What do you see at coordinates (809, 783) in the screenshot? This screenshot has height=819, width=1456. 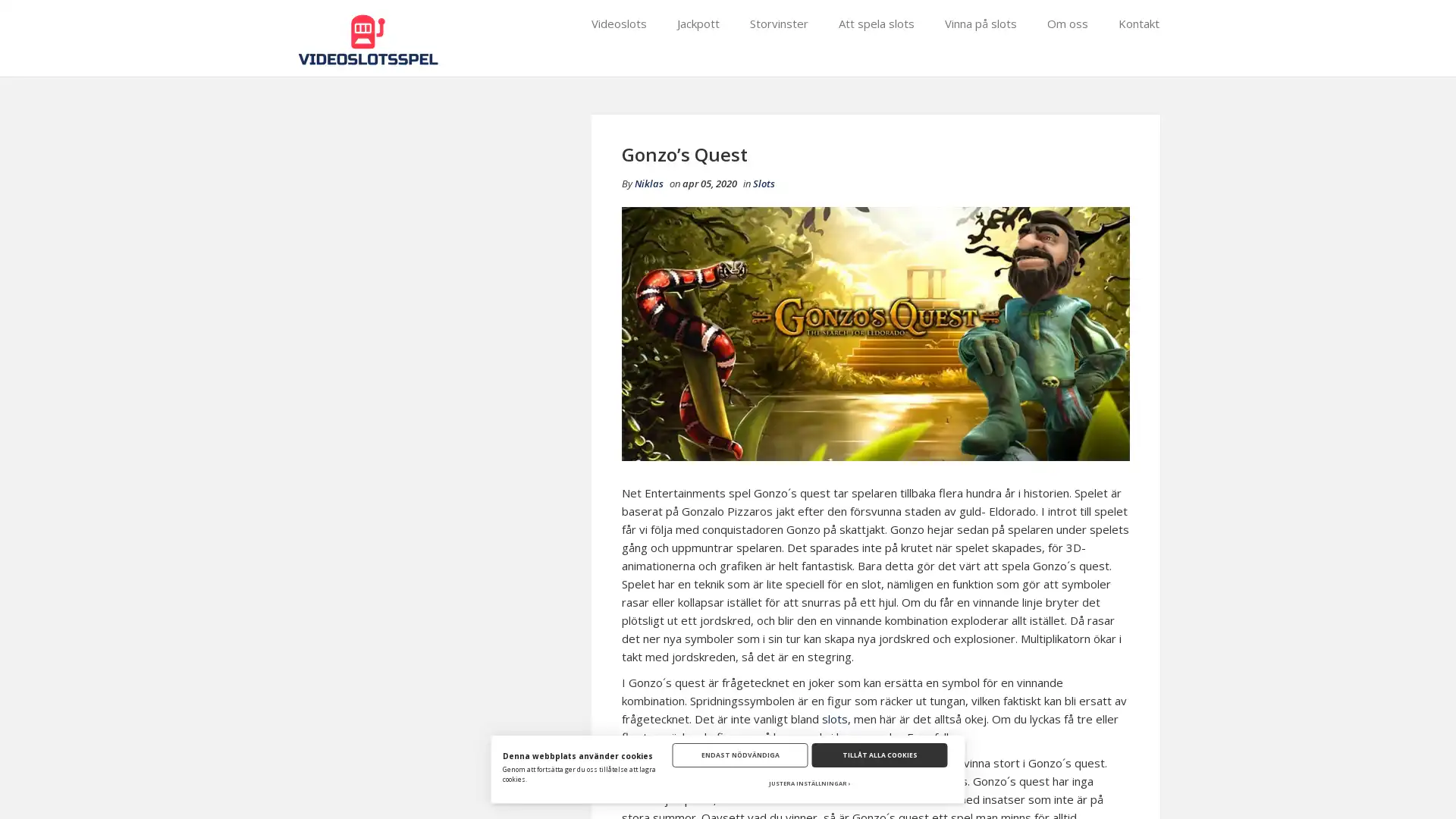 I see `JUSTERA INSTALLNINGAR` at bounding box center [809, 783].